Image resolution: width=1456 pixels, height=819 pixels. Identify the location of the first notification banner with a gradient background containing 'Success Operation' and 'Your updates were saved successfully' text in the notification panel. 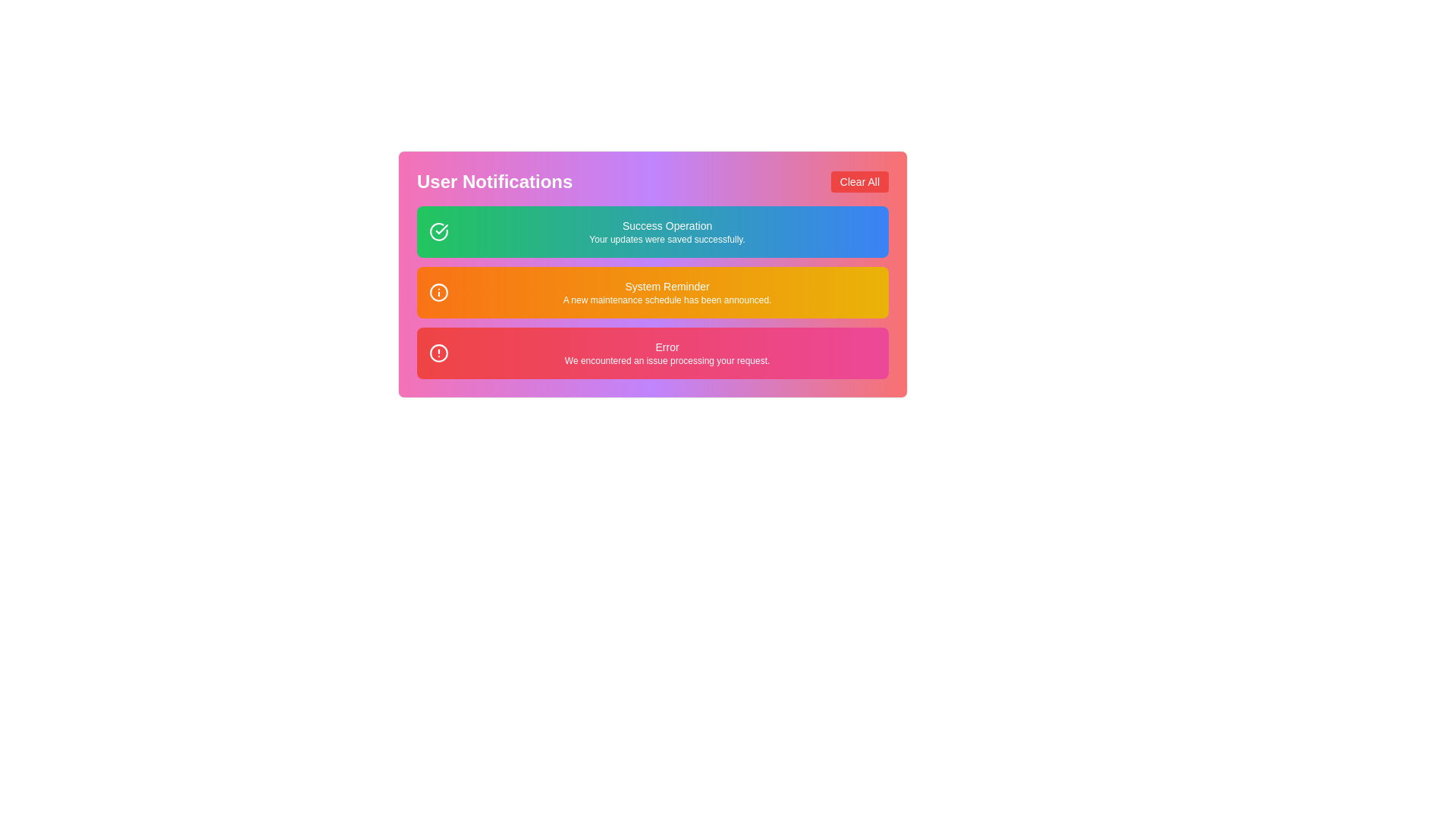
(667, 231).